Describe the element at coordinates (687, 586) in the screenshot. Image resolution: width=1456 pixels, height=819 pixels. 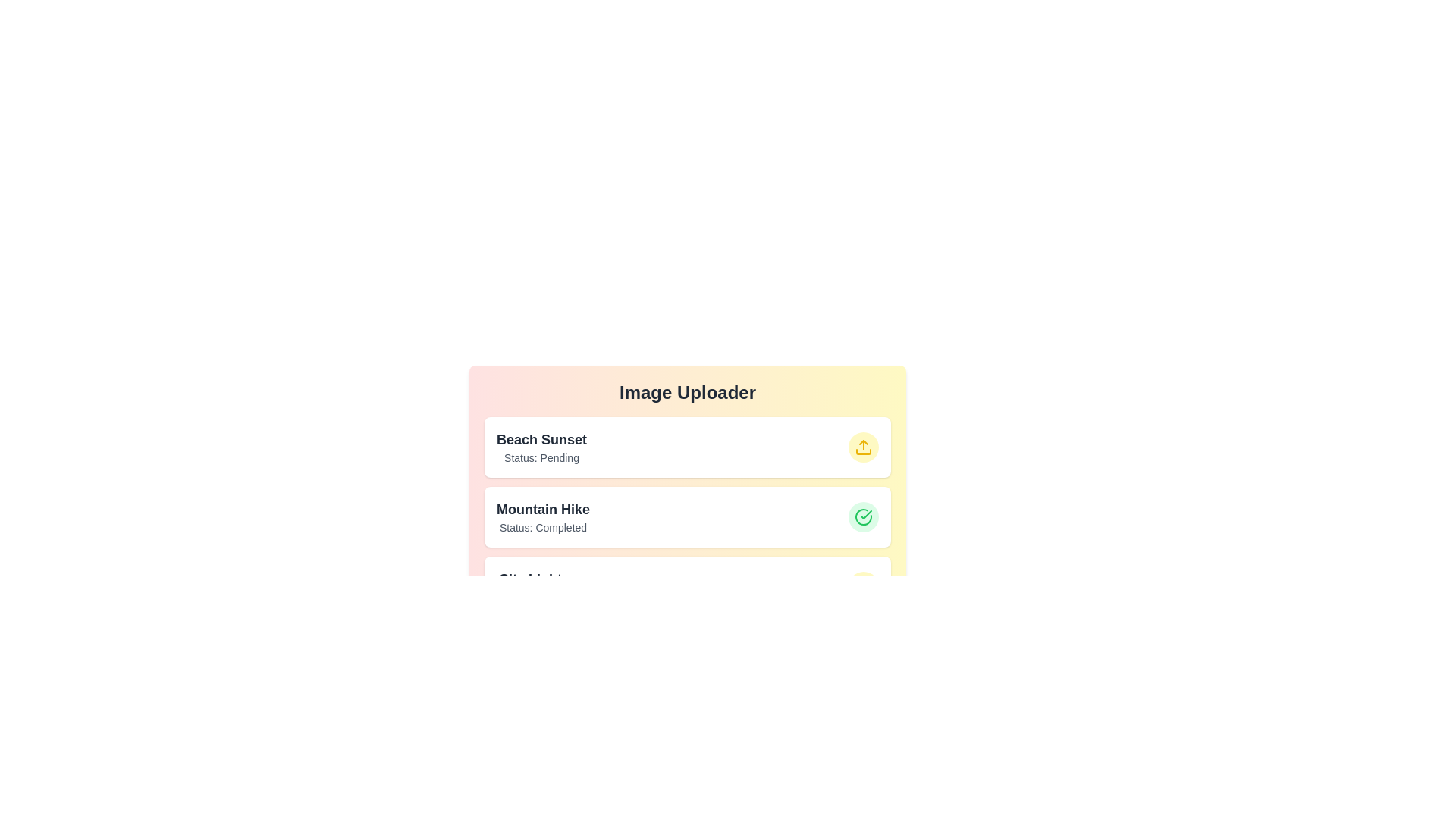
I see `the image item corresponding to City Lights to view its details` at that location.